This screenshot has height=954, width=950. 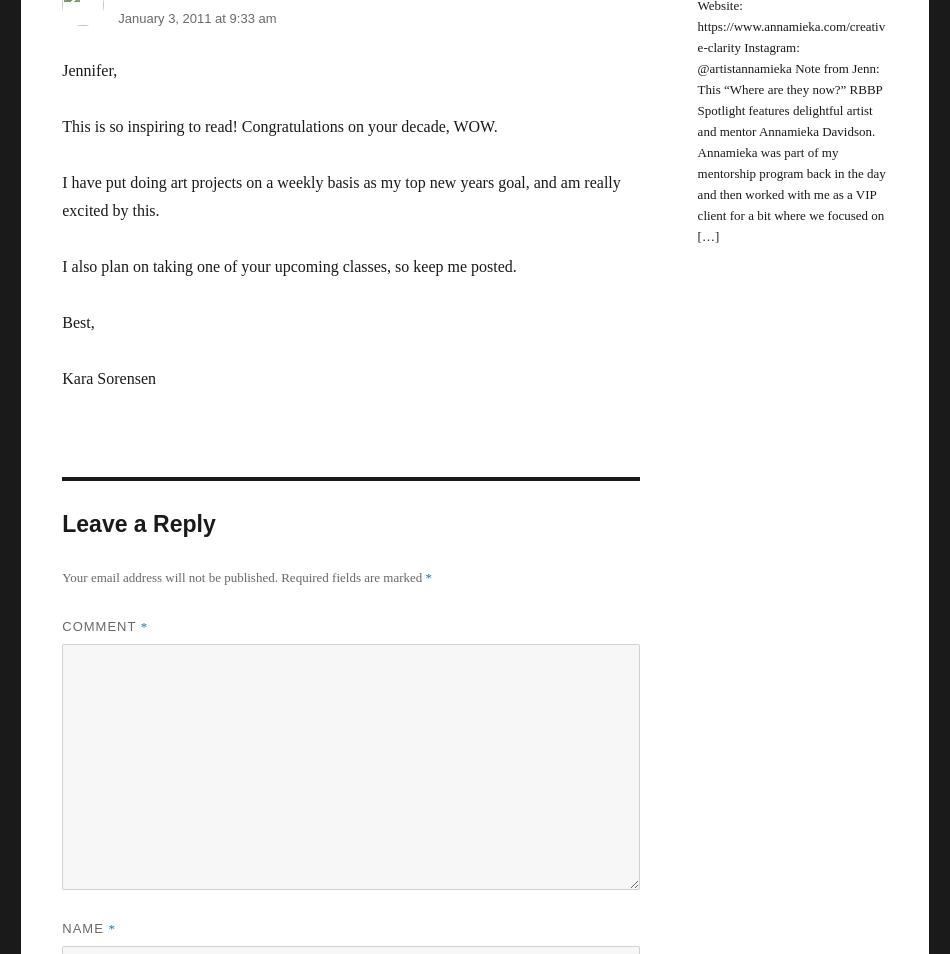 I want to click on 'Jennifer,', so click(x=89, y=69).